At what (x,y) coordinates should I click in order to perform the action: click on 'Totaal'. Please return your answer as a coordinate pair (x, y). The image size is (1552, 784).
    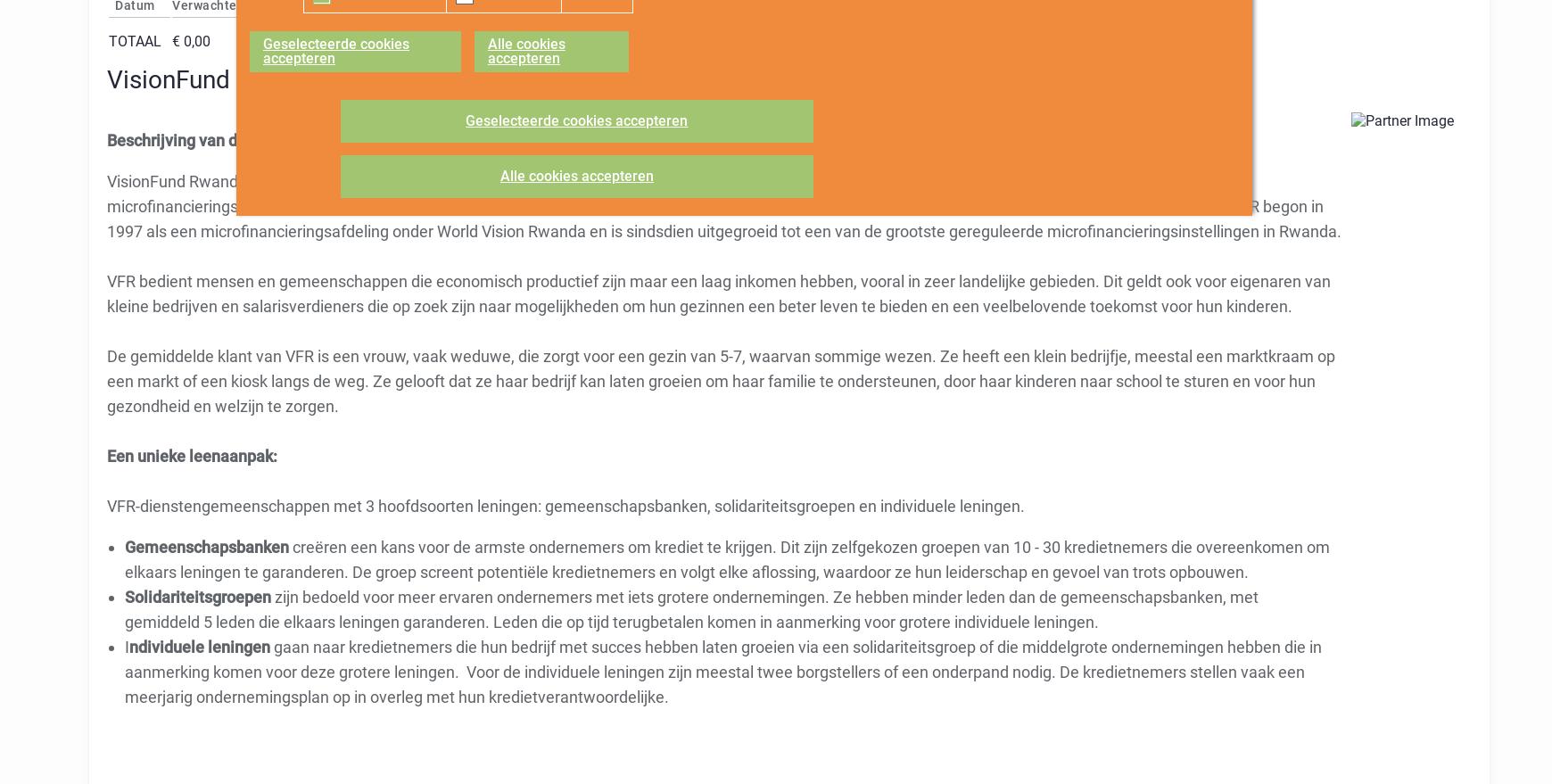
    Looking at the image, I should click on (134, 40).